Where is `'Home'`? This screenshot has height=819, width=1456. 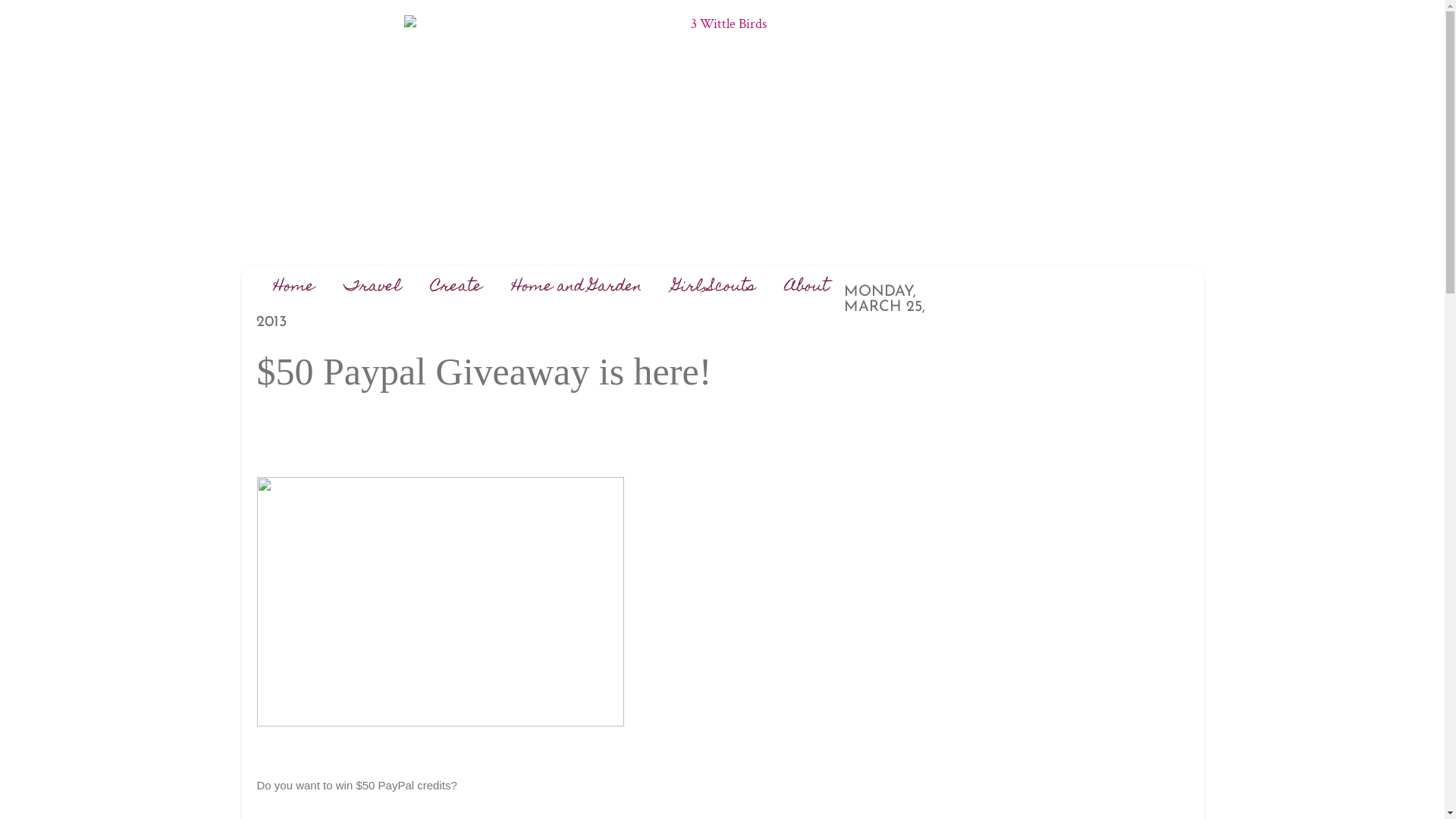 'Home' is located at coordinates (292, 287).